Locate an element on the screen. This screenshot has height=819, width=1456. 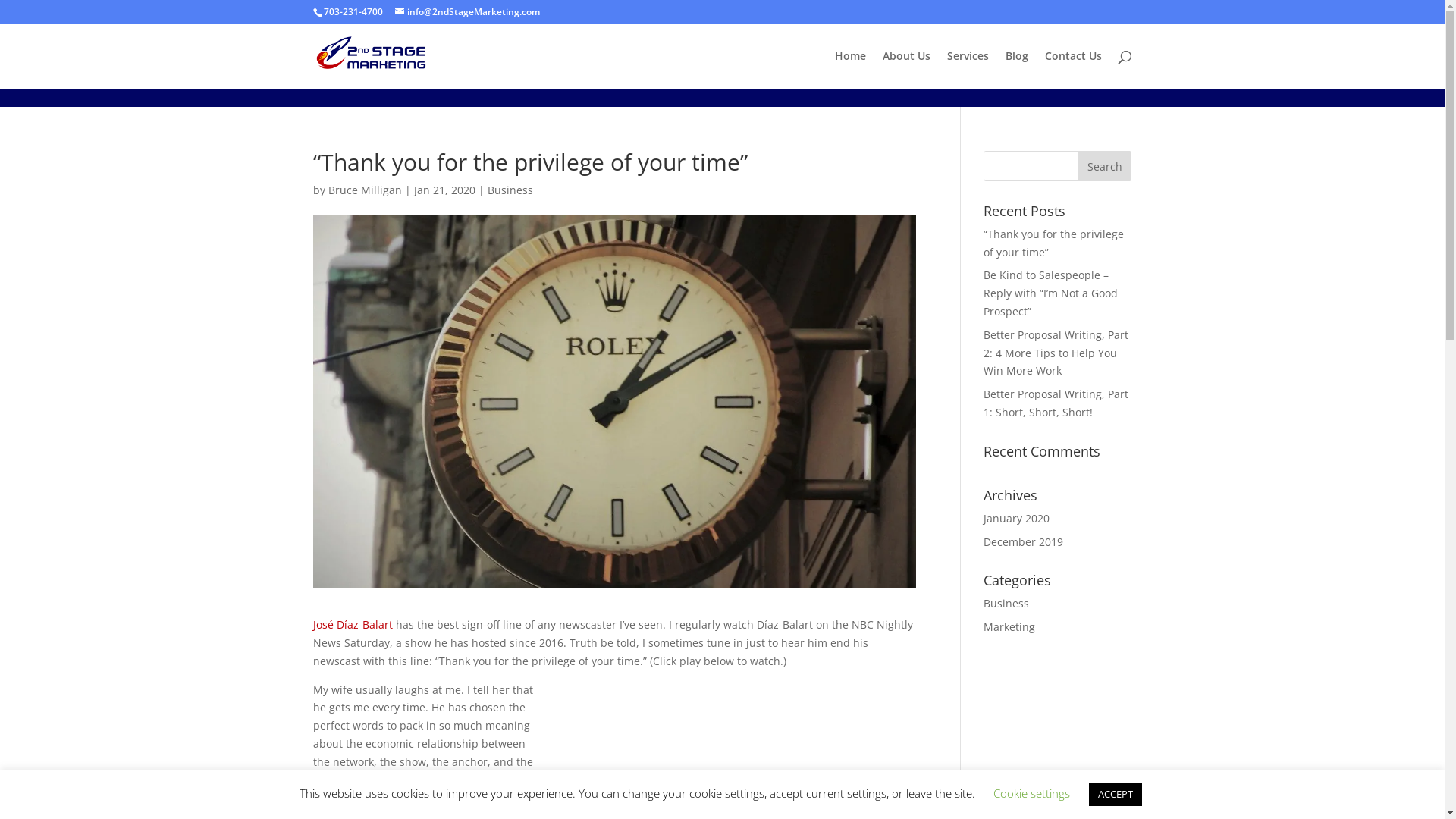
'Blog' is located at coordinates (1016, 70).